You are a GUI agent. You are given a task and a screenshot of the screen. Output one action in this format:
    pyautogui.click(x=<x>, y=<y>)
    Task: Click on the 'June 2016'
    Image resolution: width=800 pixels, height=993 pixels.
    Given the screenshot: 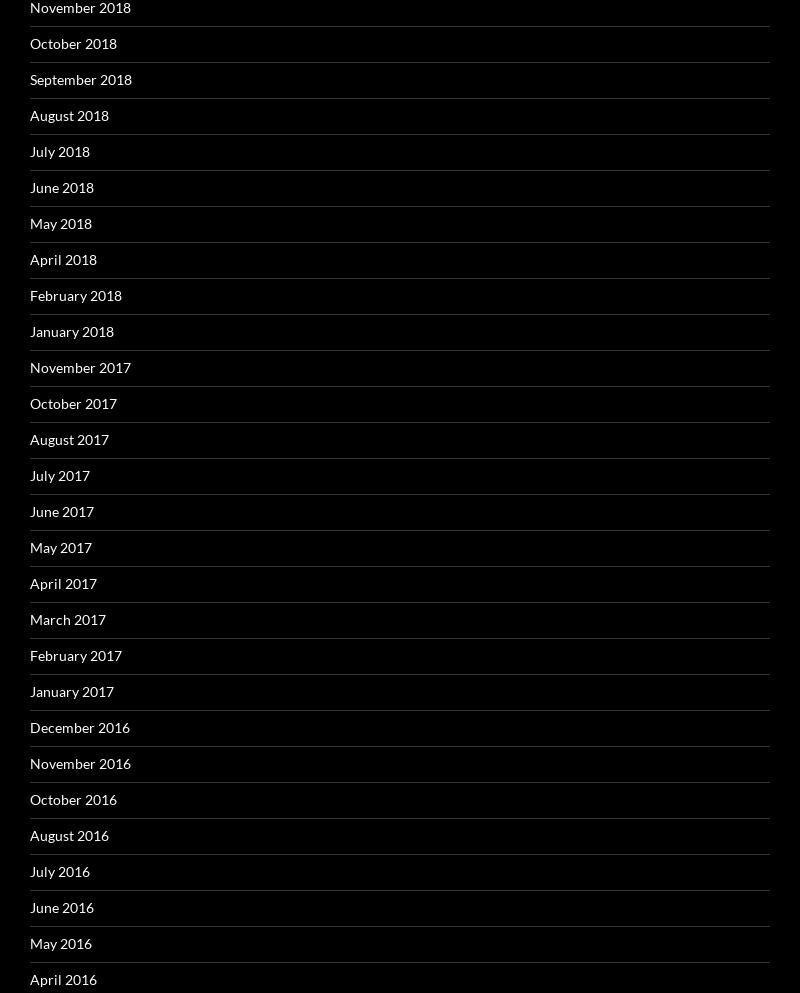 What is the action you would take?
    pyautogui.click(x=30, y=906)
    